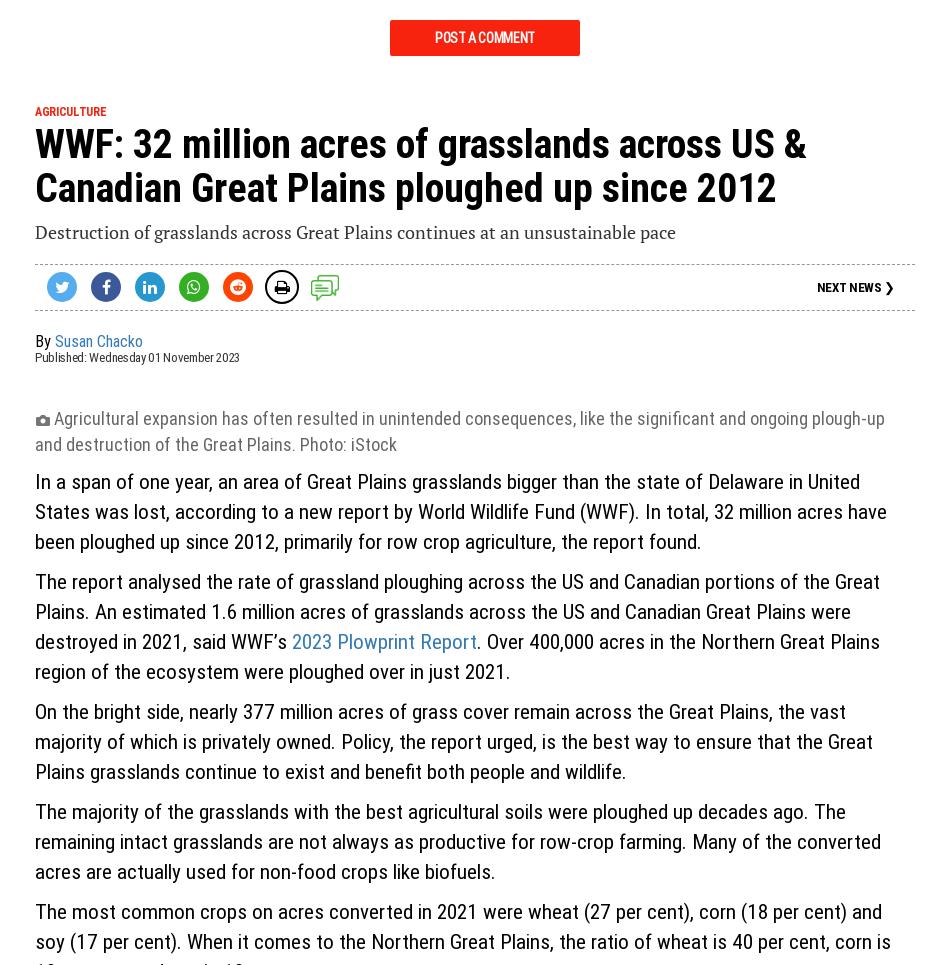 The image size is (950, 965). What do you see at coordinates (456, 656) in the screenshot?
I see `'. Over 400,000 acres in the Northern Great Plains region of the ecosystem were ploughed over in just 2021.'` at bounding box center [456, 656].